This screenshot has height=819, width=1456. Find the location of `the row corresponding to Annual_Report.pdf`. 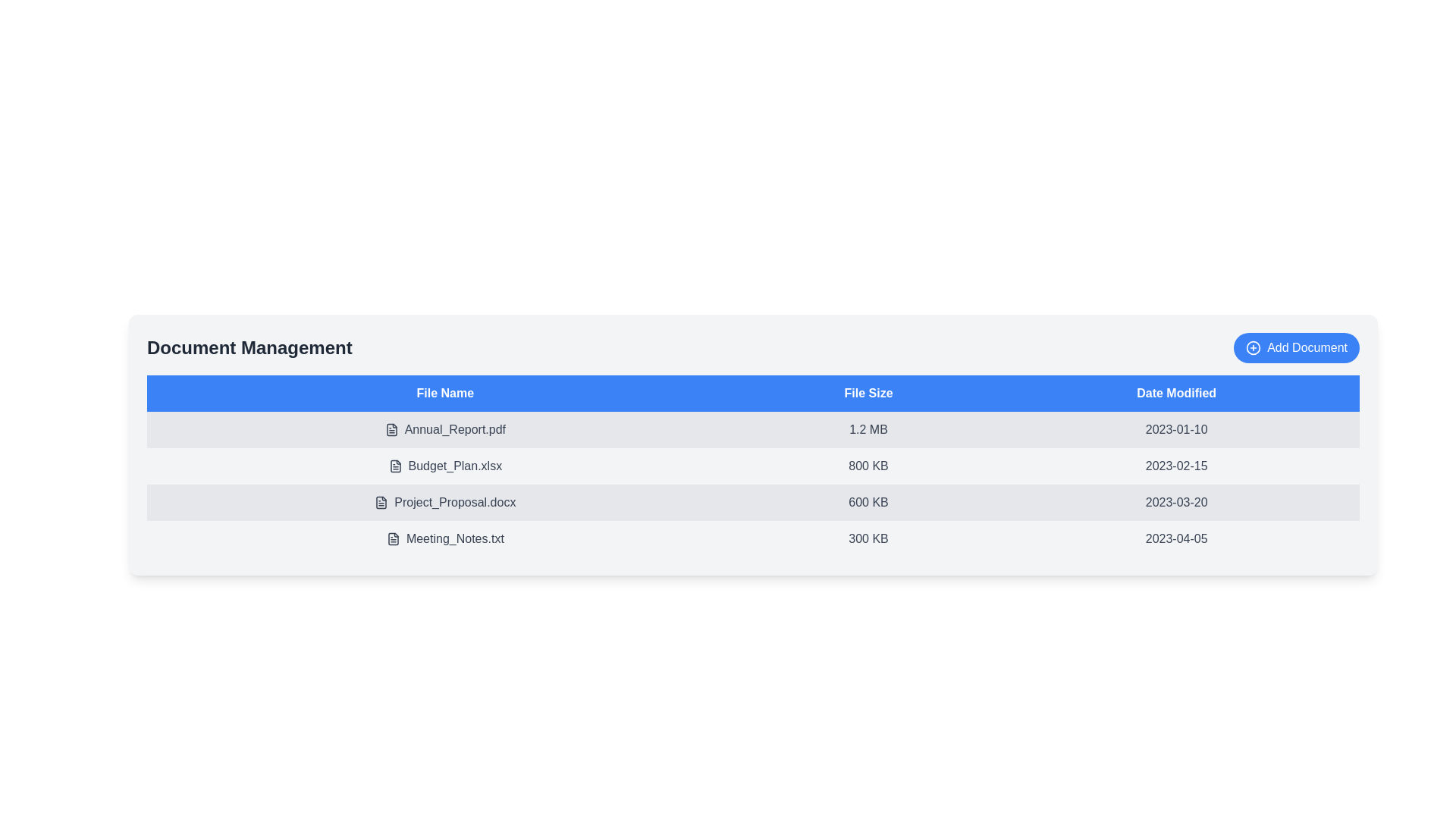

the row corresponding to Annual_Report.pdf is located at coordinates (444, 430).